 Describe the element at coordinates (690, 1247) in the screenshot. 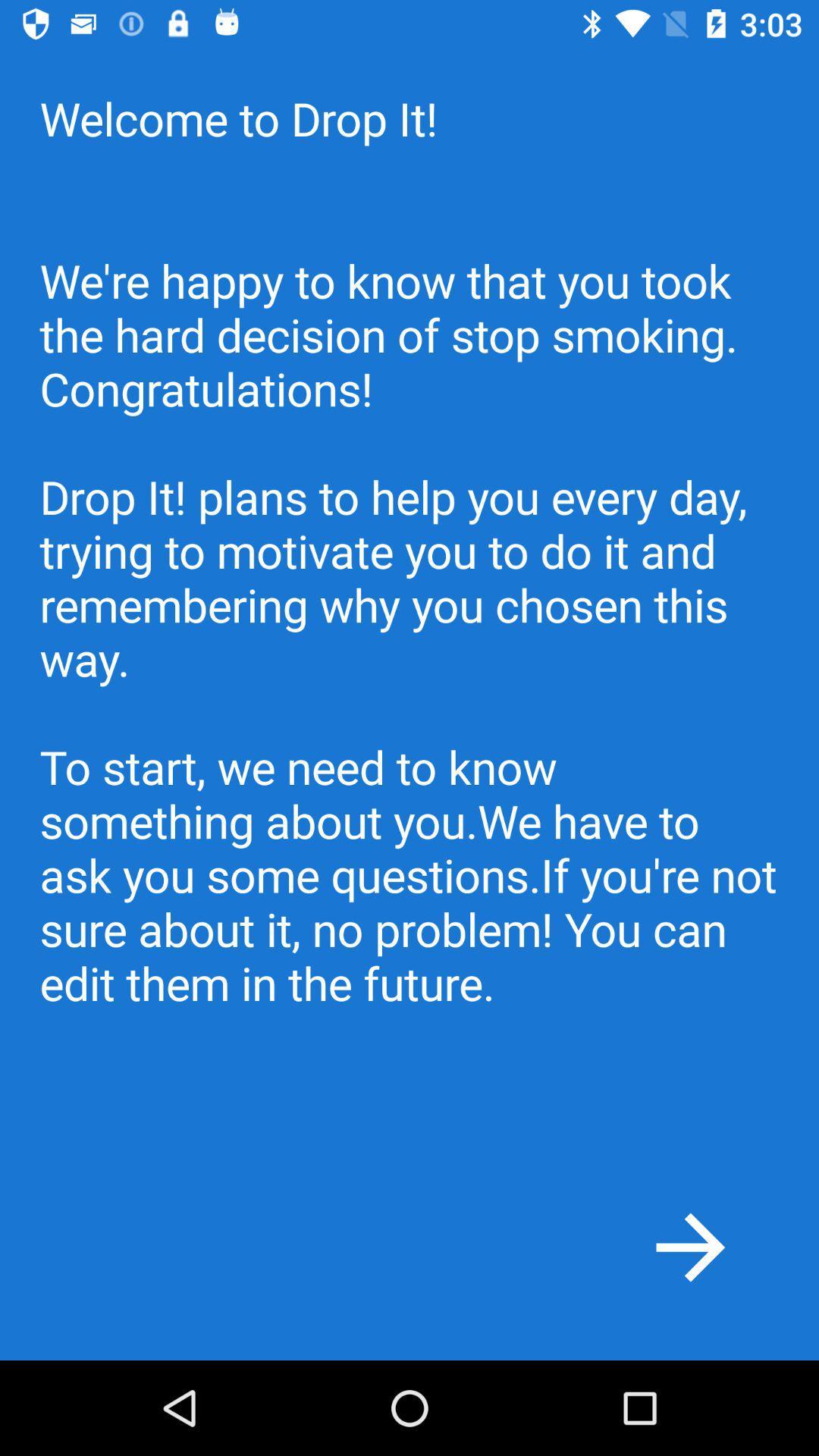

I see `item at the bottom right corner` at that location.